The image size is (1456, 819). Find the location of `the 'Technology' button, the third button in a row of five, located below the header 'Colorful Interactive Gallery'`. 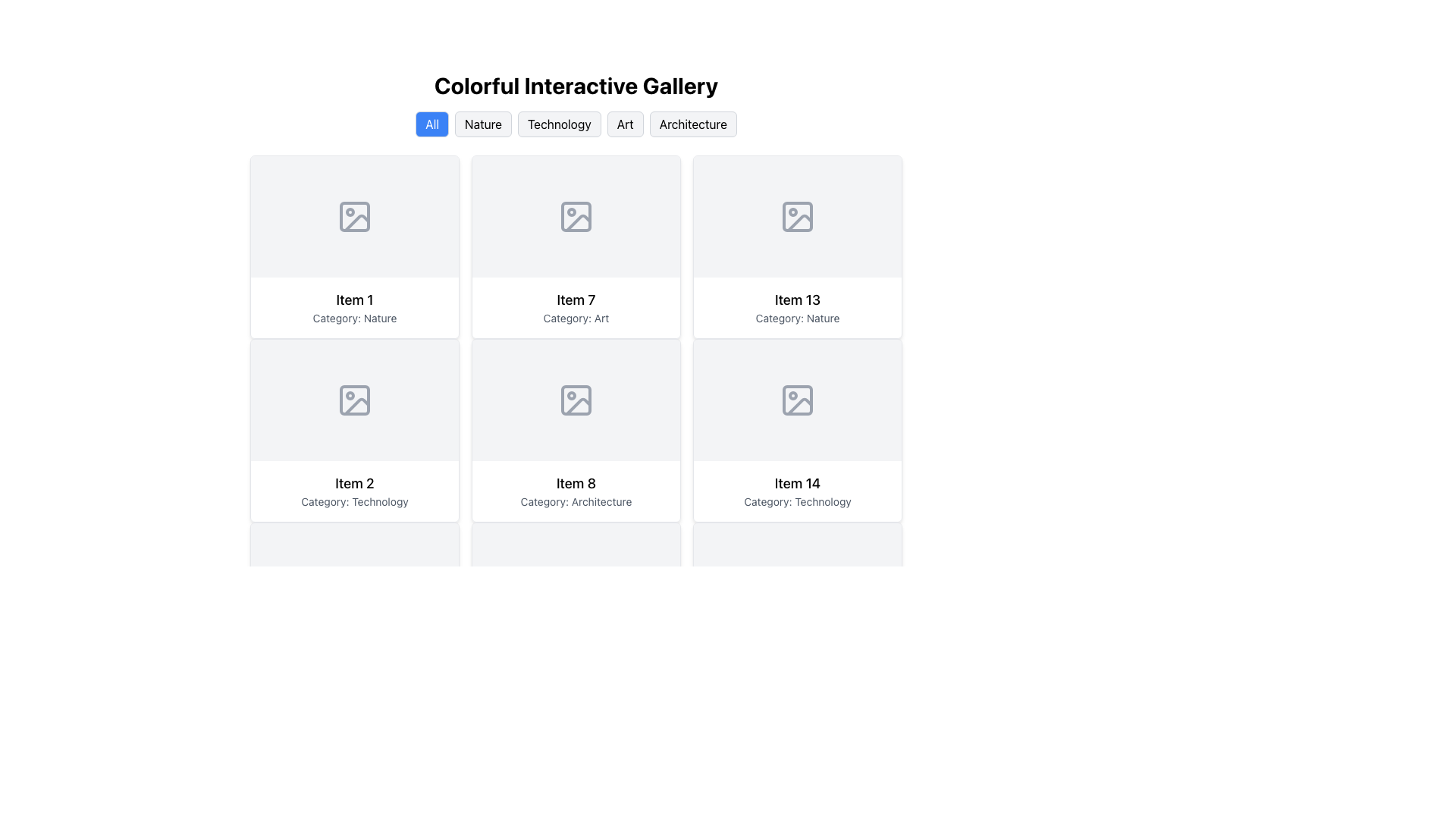

the 'Technology' button, the third button in a row of five, located below the header 'Colorful Interactive Gallery' is located at coordinates (575, 124).